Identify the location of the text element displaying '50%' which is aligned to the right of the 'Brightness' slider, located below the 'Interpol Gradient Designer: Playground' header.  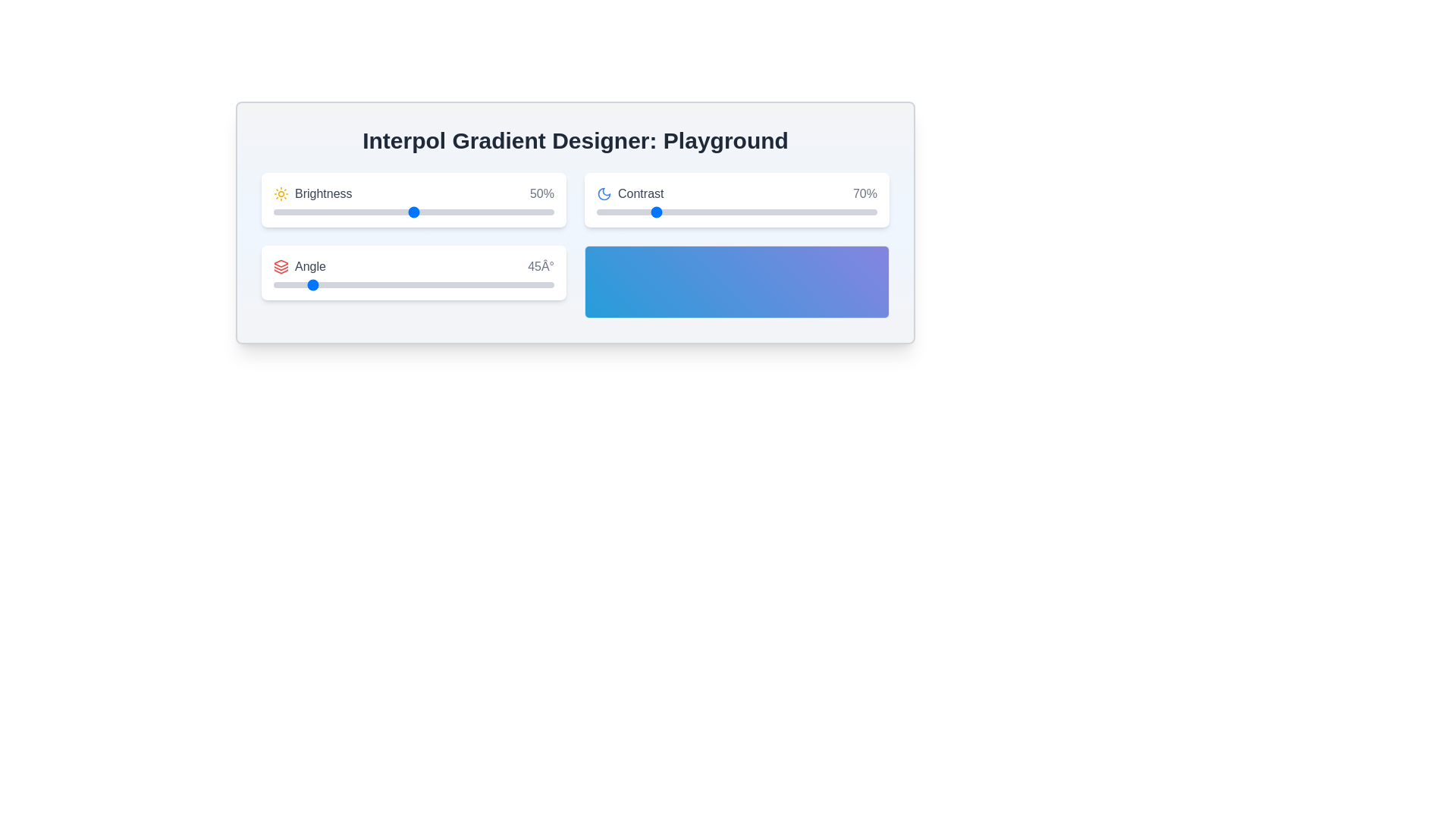
(542, 193).